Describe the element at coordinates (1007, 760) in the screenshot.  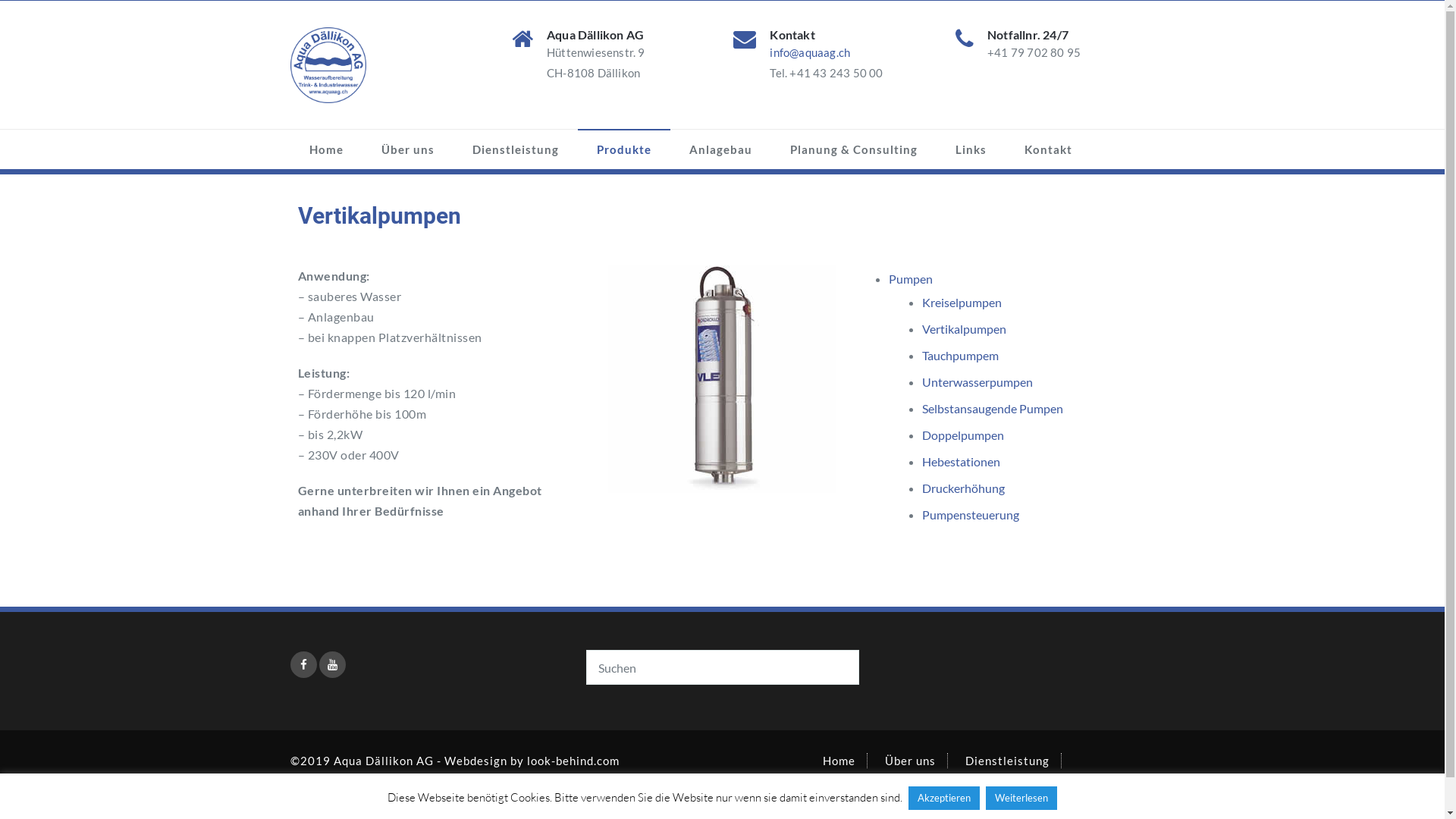
I see `'Dienstleistung'` at that location.